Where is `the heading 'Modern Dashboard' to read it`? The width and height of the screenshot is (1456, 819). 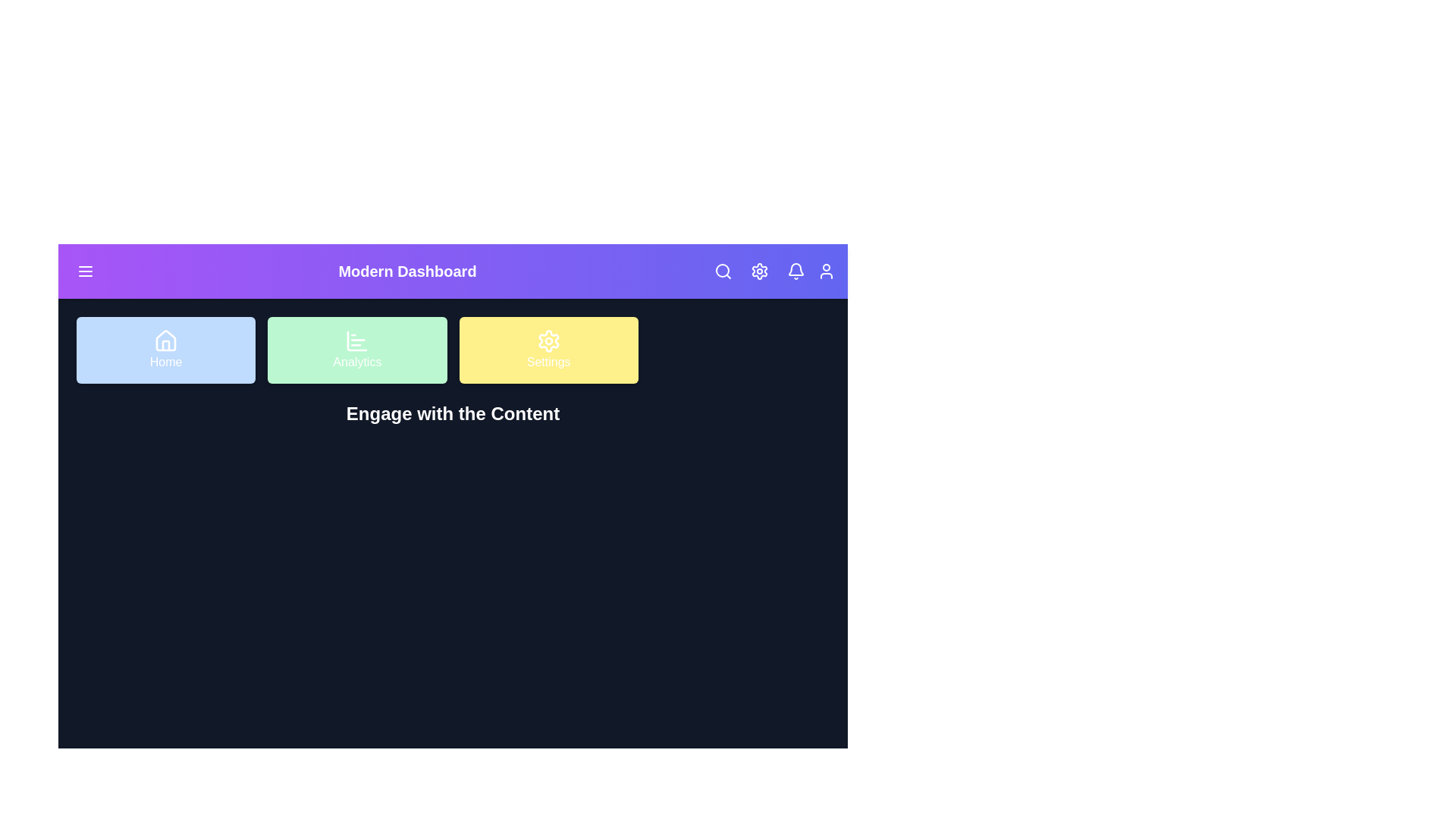
the heading 'Modern Dashboard' to read it is located at coordinates (407, 271).